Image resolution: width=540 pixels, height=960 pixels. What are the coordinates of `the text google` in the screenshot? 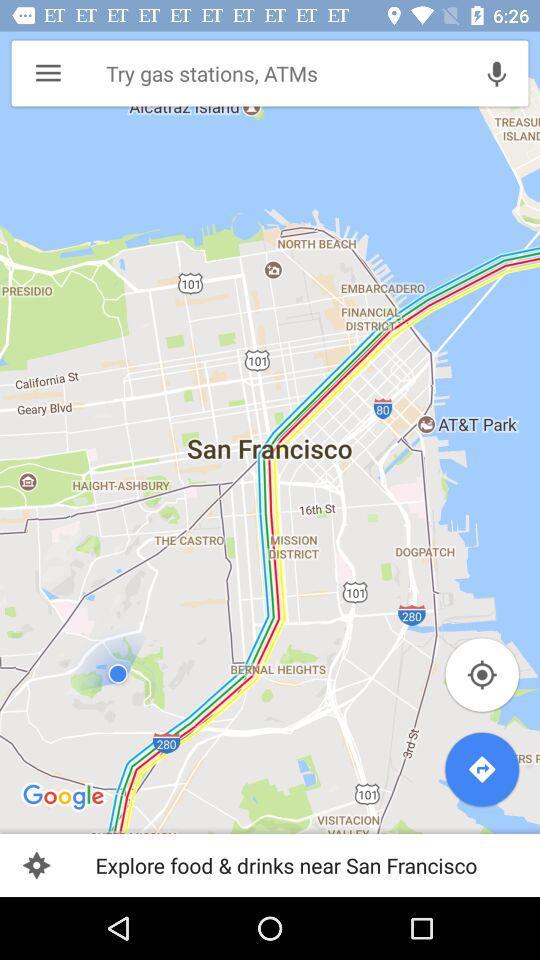 It's located at (64, 798).